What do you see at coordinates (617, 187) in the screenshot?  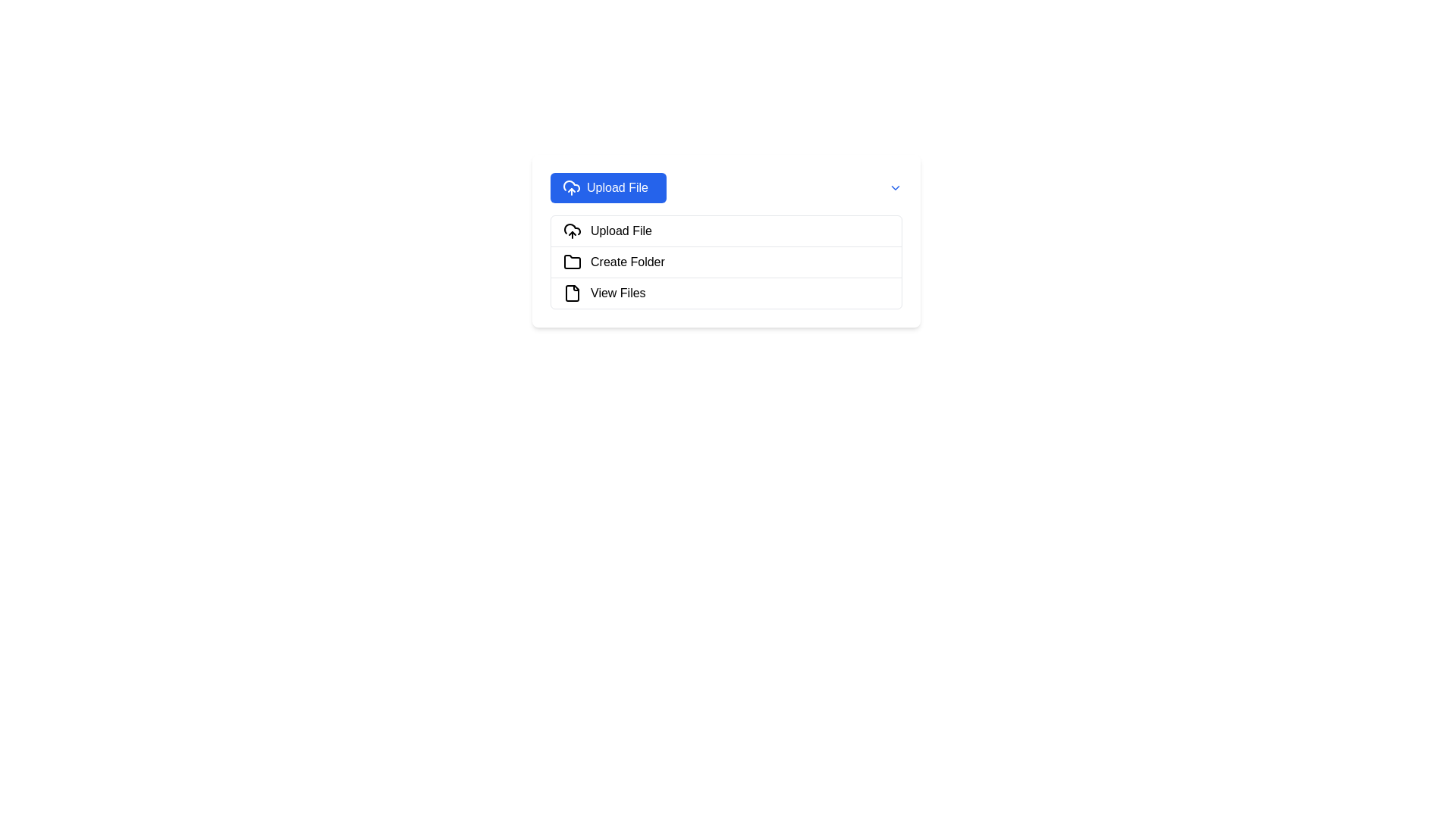 I see `text label within the button that allows the user to upload a file, located at the top-left region of a dropdown menu interface, next to a cloud upload icon` at bounding box center [617, 187].